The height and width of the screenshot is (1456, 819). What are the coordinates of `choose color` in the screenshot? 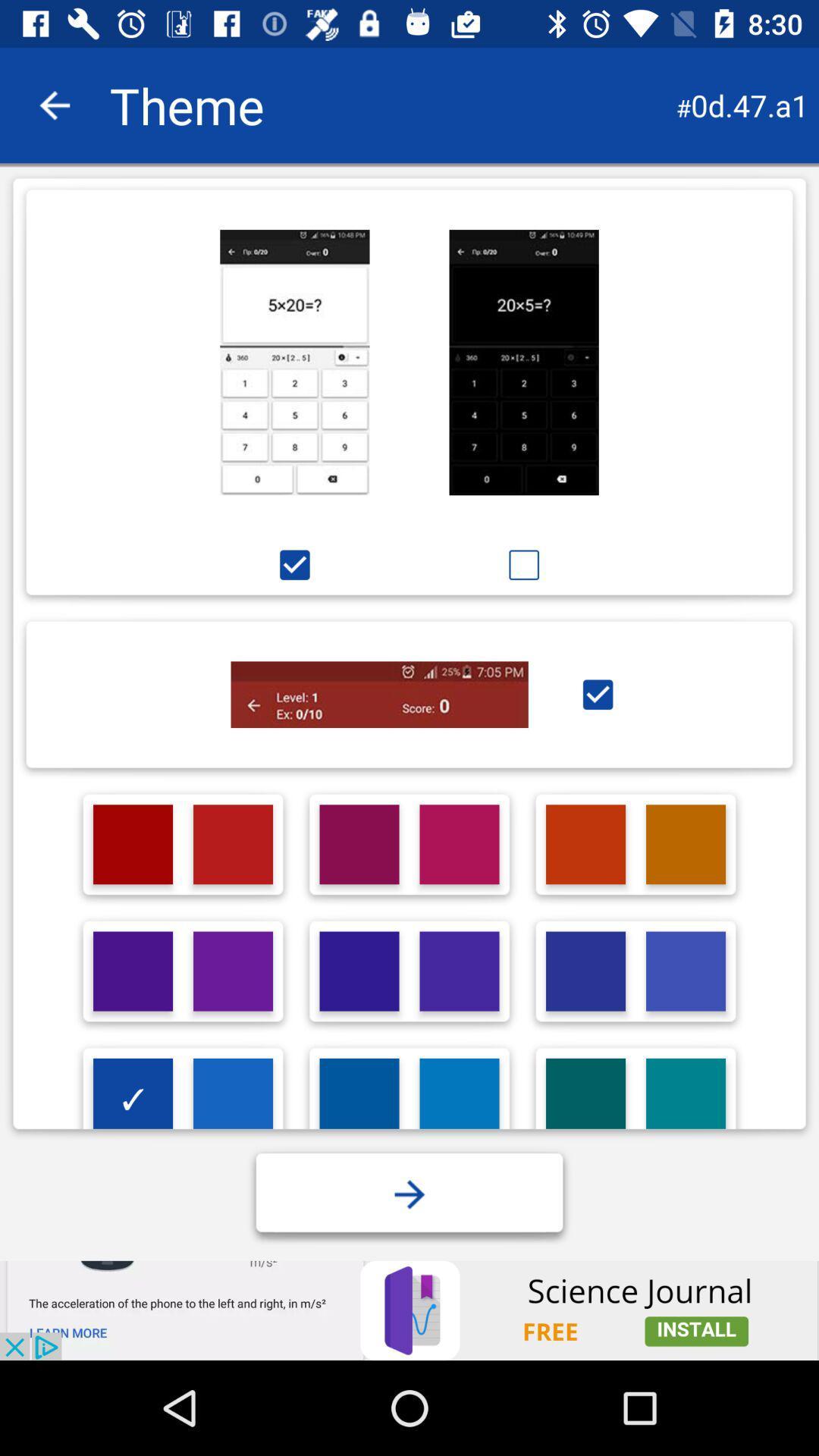 It's located at (458, 1098).